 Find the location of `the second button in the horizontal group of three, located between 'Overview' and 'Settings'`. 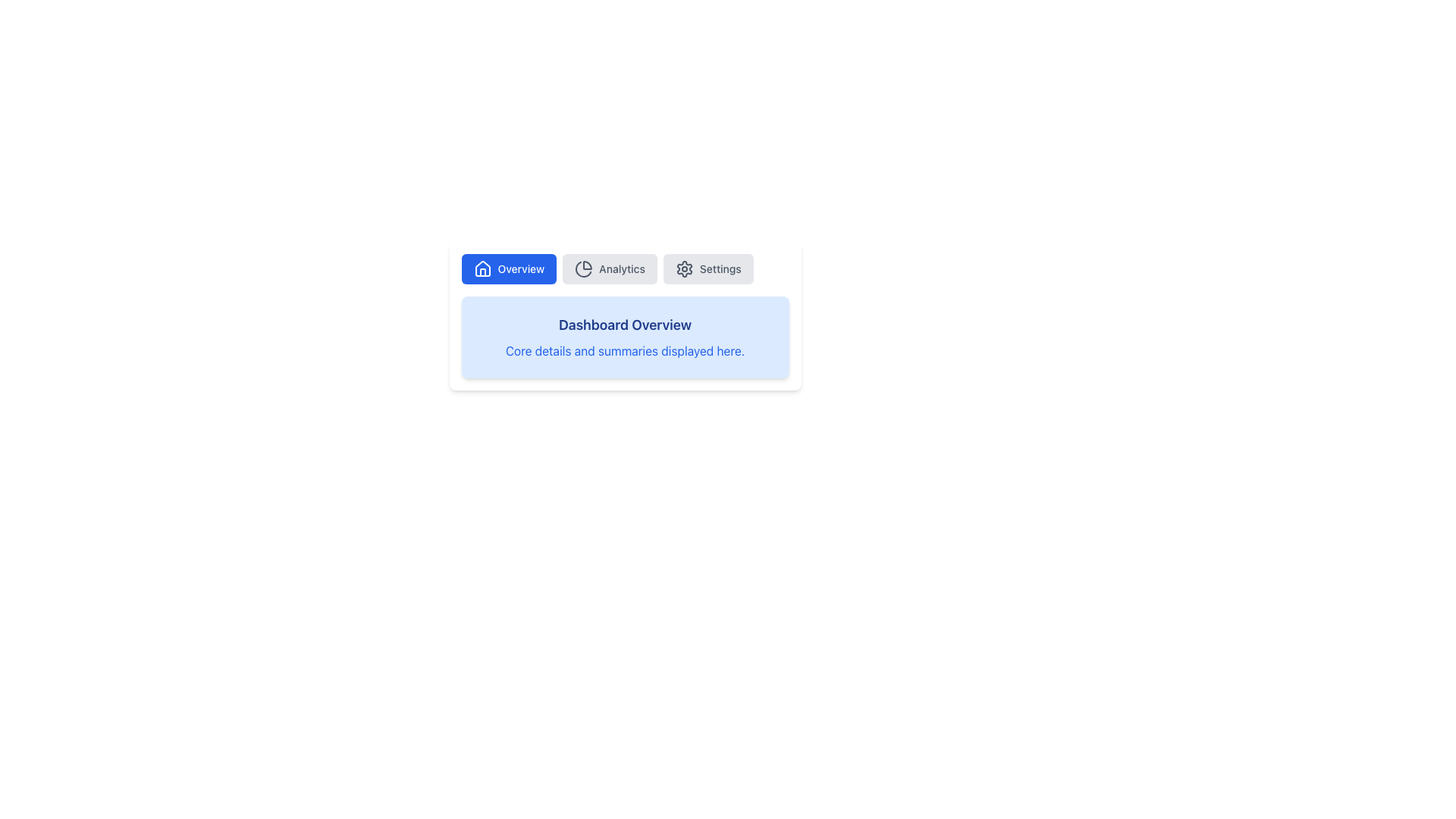

the second button in the horizontal group of three, located between 'Overview' and 'Settings' is located at coordinates (610, 268).